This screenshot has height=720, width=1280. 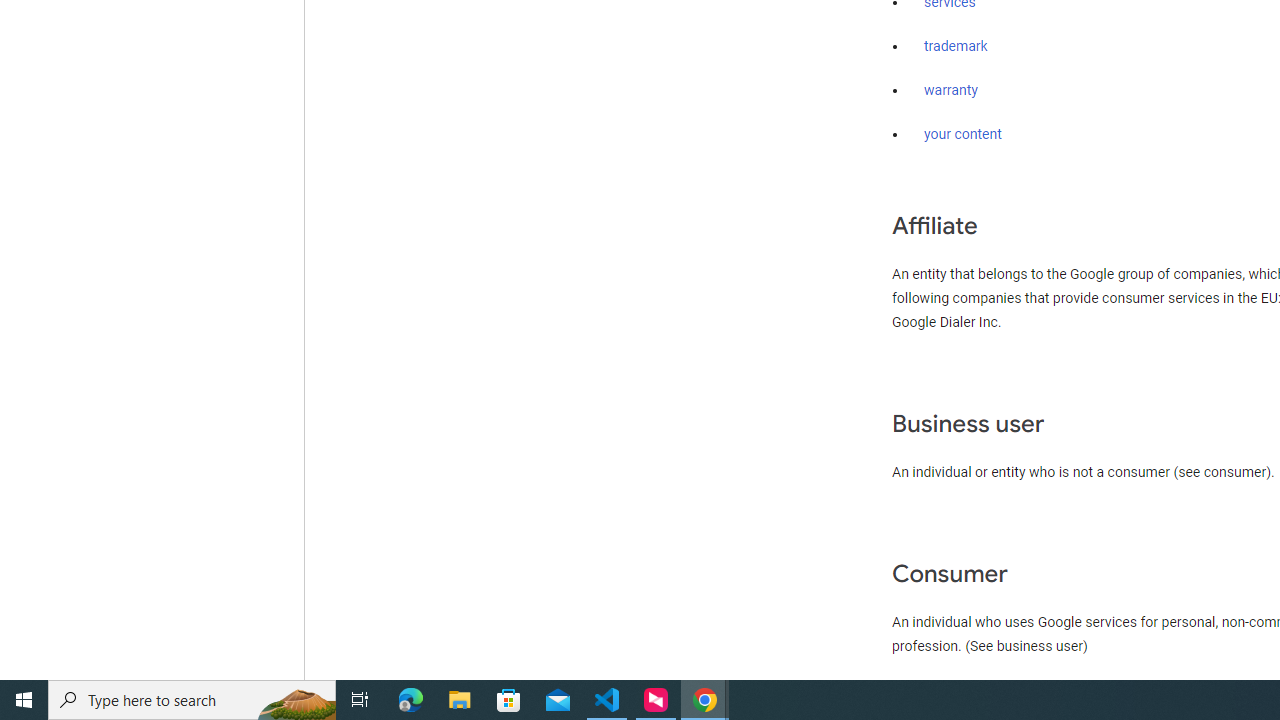 I want to click on 'your content', so click(x=963, y=135).